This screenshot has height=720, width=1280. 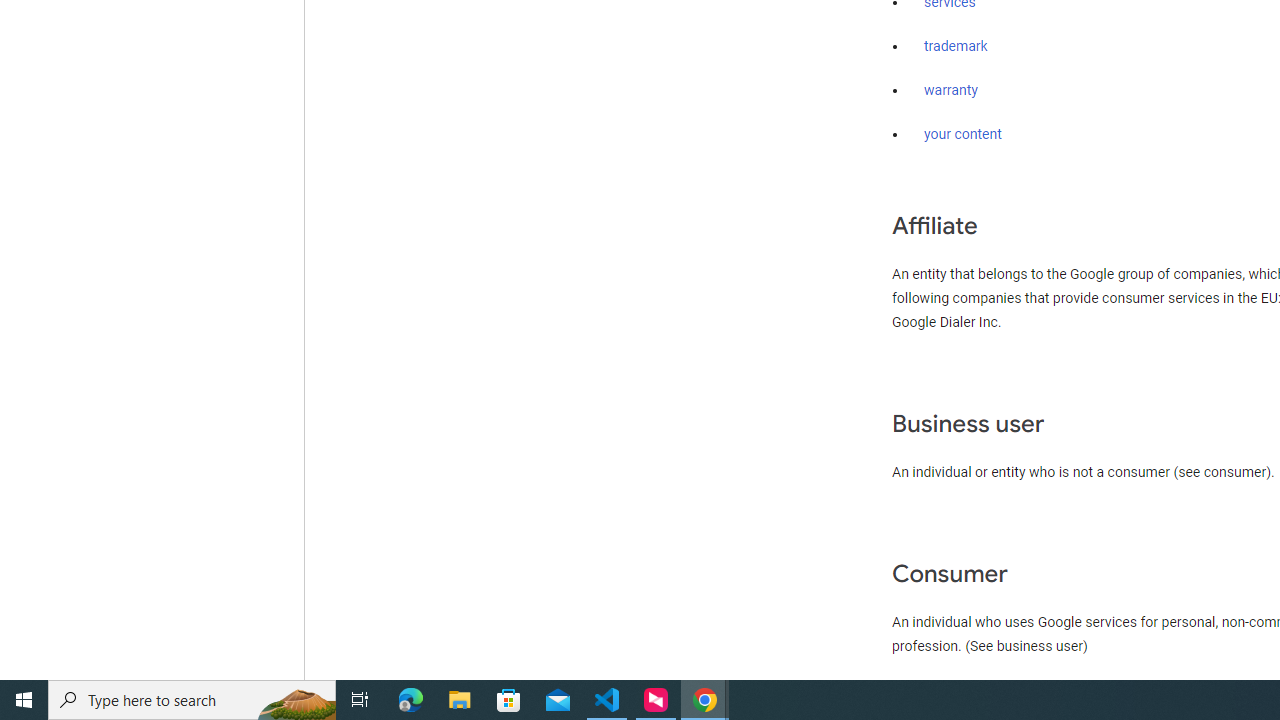 I want to click on 'your content', so click(x=963, y=135).